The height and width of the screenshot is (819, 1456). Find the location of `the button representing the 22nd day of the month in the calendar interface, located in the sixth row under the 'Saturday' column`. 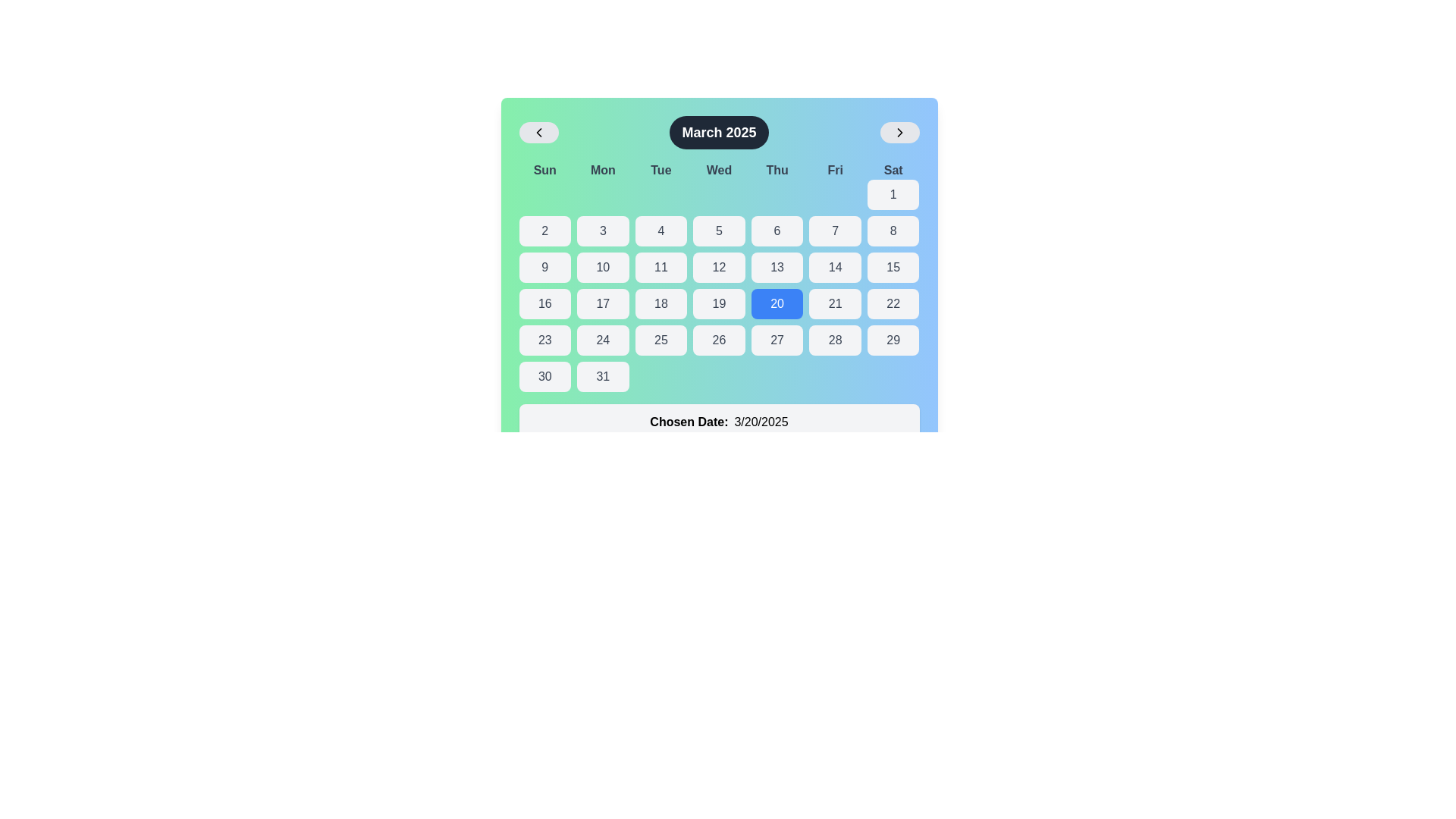

the button representing the 22nd day of the month in the calendar interface, located in the sixth row under the 'Saturday' column is located at coordinates (893, 304).